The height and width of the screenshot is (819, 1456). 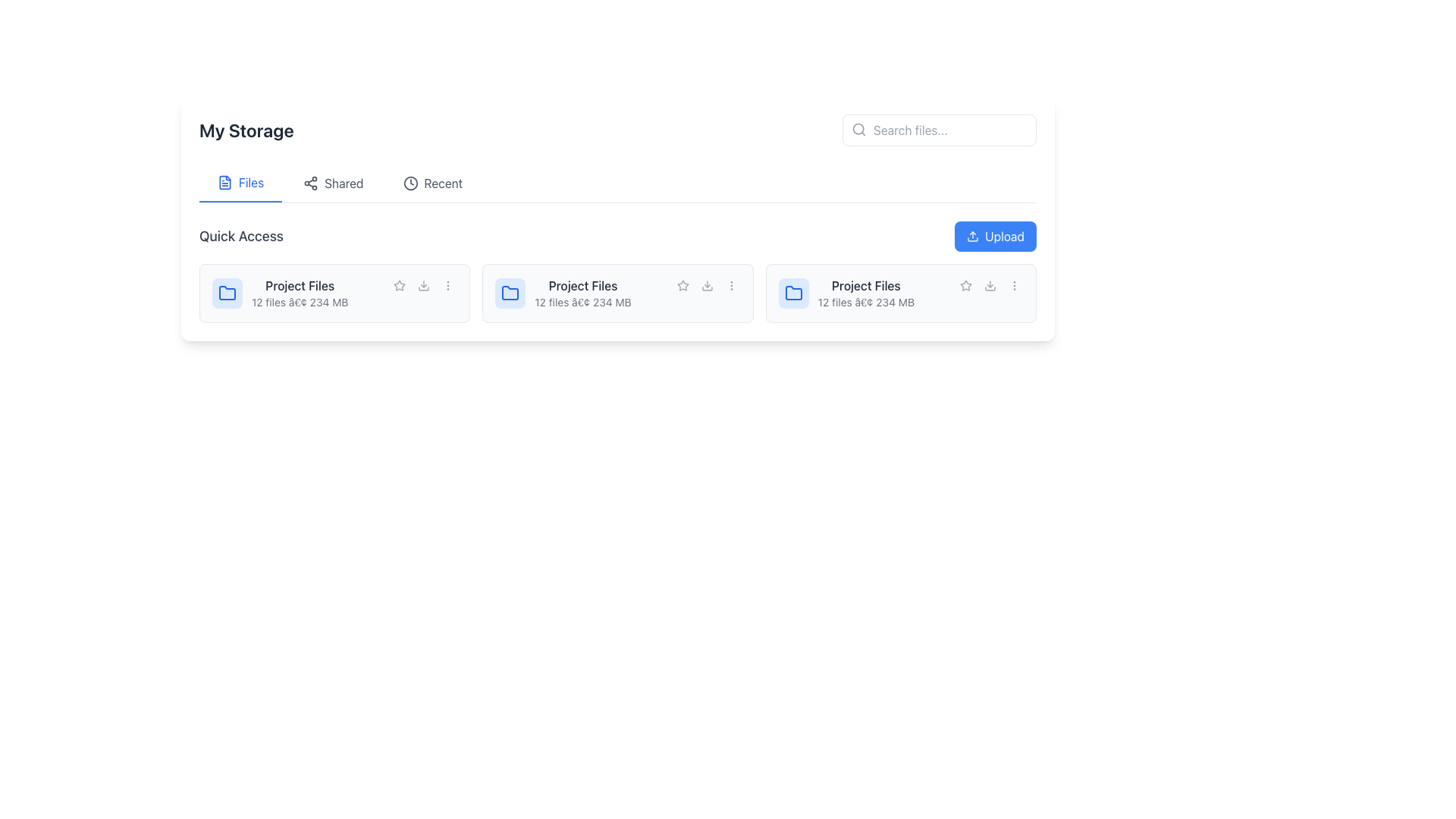 What do you see at coordinates (431, 183) in the screenshot?
I see `the 'Recent' navigation tab, which features a clock icon and is positioned between the 'Shared' tab and the 'Upload' button` at bounding box center [431, 183].